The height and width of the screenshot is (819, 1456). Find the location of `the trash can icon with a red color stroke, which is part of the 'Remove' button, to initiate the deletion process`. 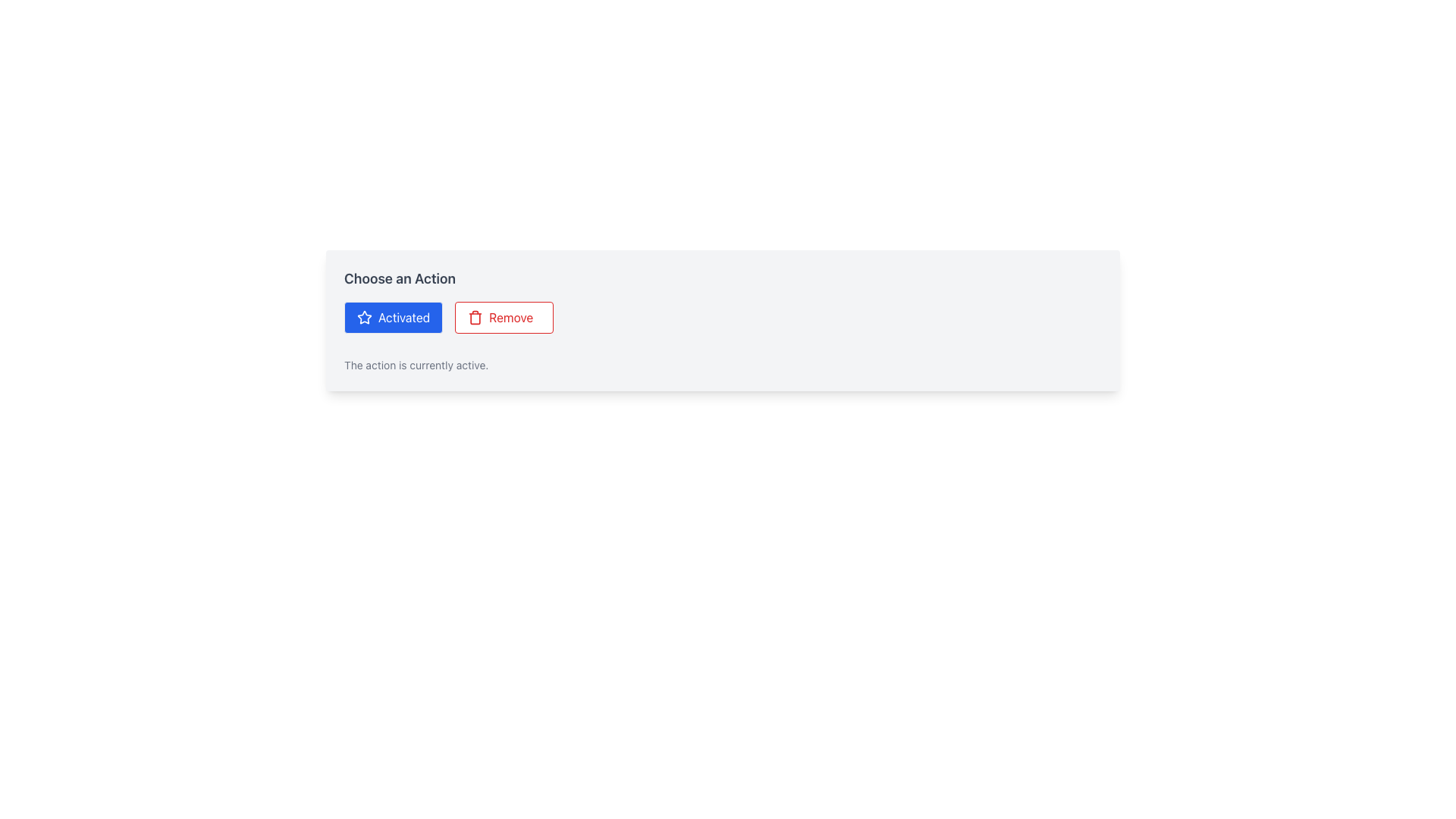

the trash can icon with a red color stroke, which is part of the 'Remove' button, to initiate the deletion process is located at coordinates (475, 317).